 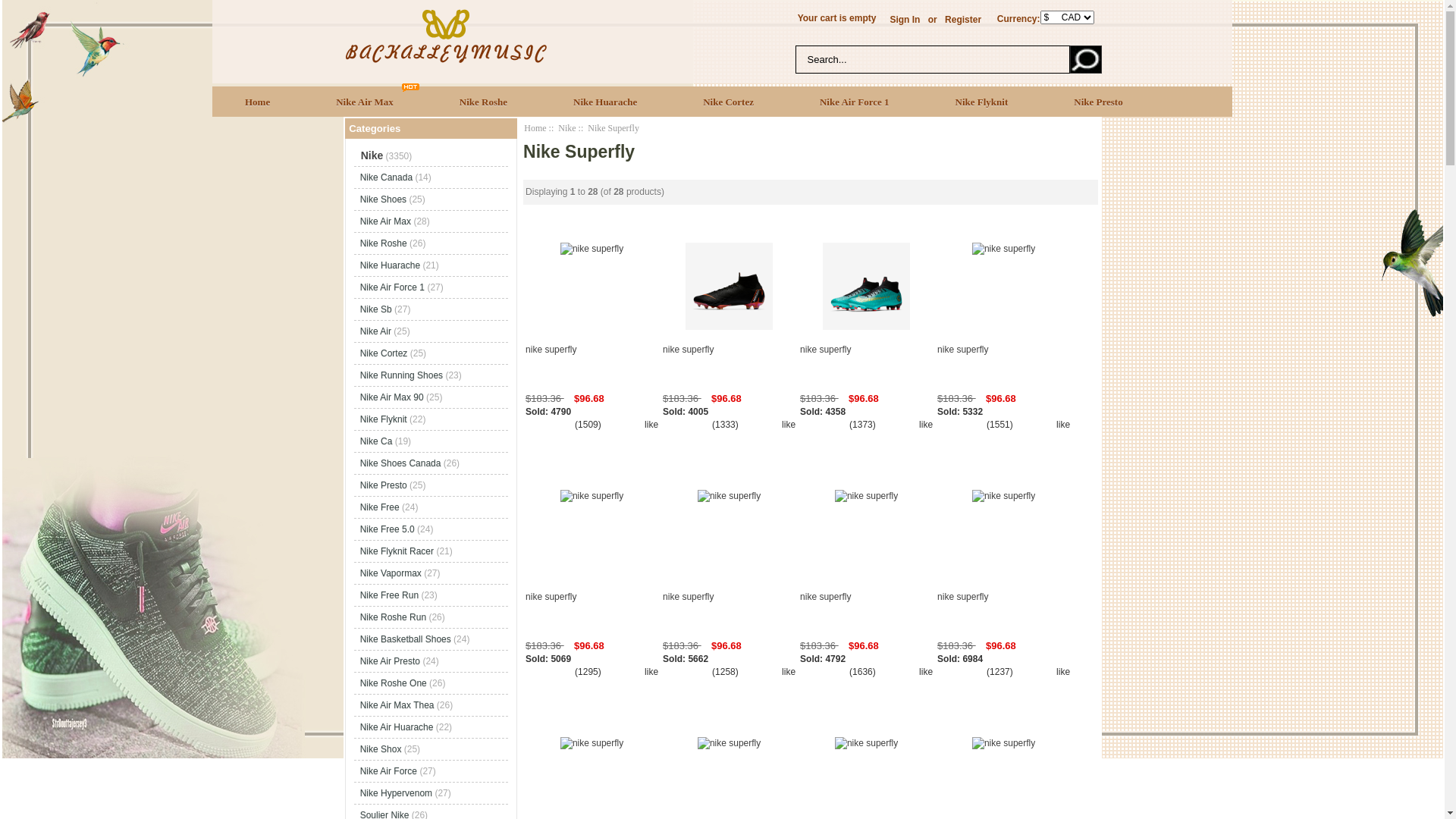 What do you see at coordinates (1098, 101) in the screenshot?
I see `'Nike Presto'` at bounding box center [1098, 101].